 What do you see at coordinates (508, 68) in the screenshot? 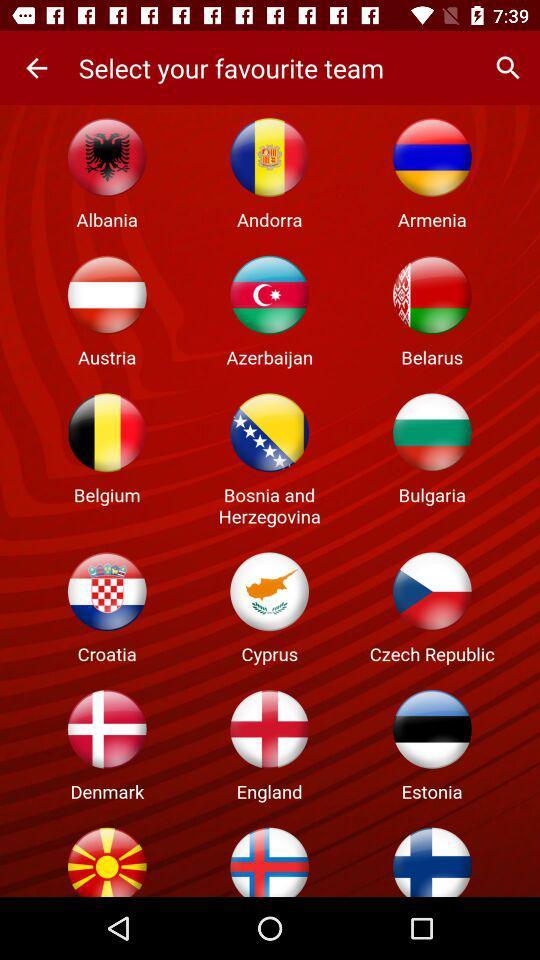
I see `the app to the right of the select your favourite item` at bounding box center [508, 68].